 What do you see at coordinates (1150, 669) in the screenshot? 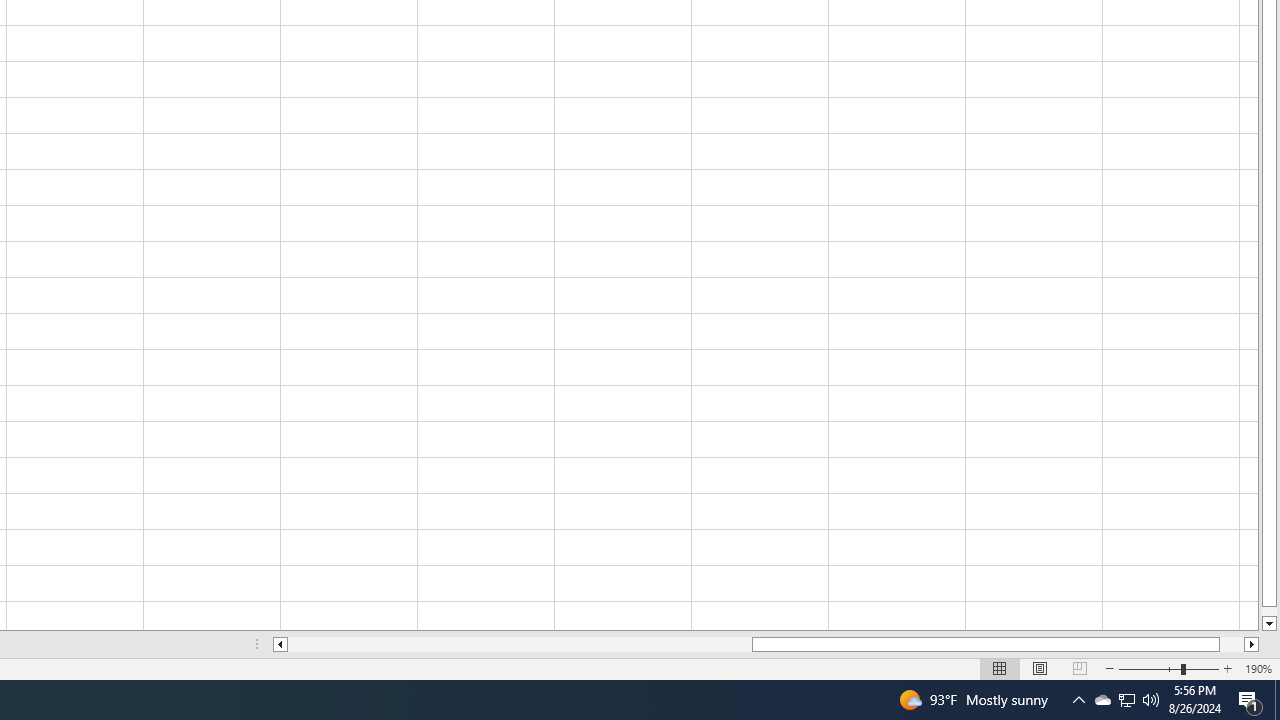
I see `'Zoom Out'` at bounding box center [1150, 669].